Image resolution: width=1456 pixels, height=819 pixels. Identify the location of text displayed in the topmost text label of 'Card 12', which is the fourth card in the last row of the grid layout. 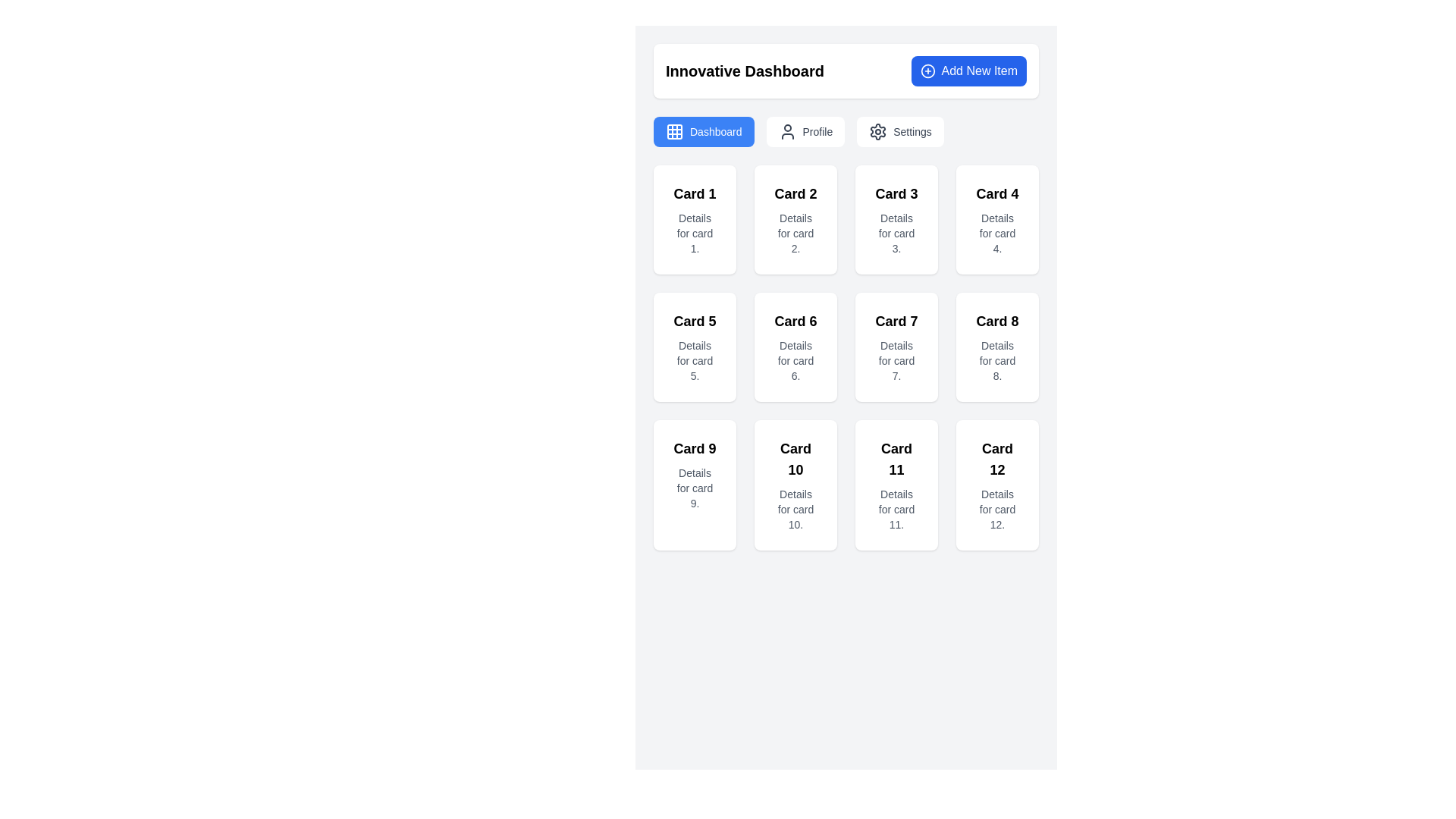
(997, 458).